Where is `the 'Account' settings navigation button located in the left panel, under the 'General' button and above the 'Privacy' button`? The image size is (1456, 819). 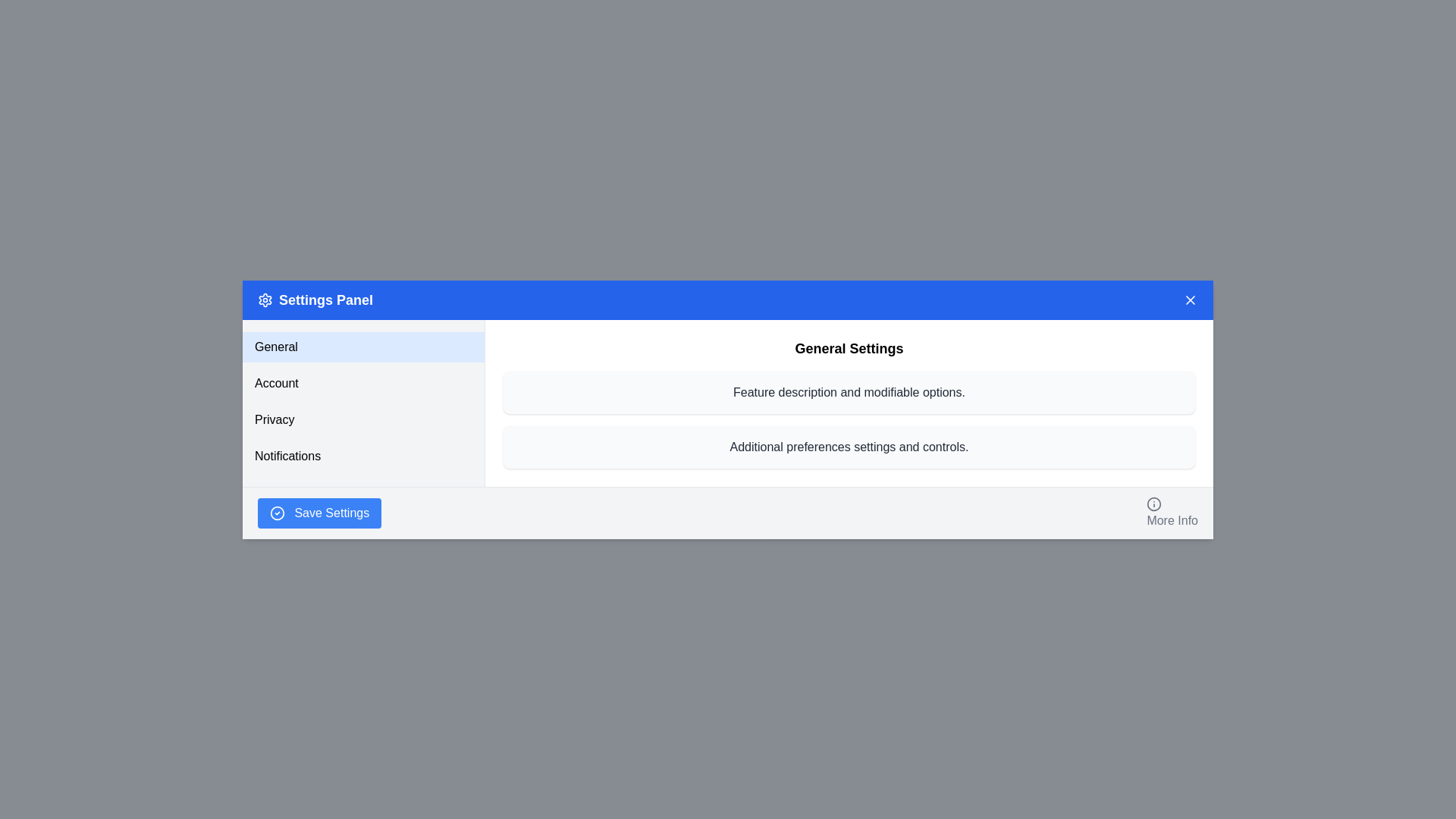 the 'Account' settings navigation button located in the left panel, under the 'General' button and above the 'Privacy' button is located at coordinates (362, 382).